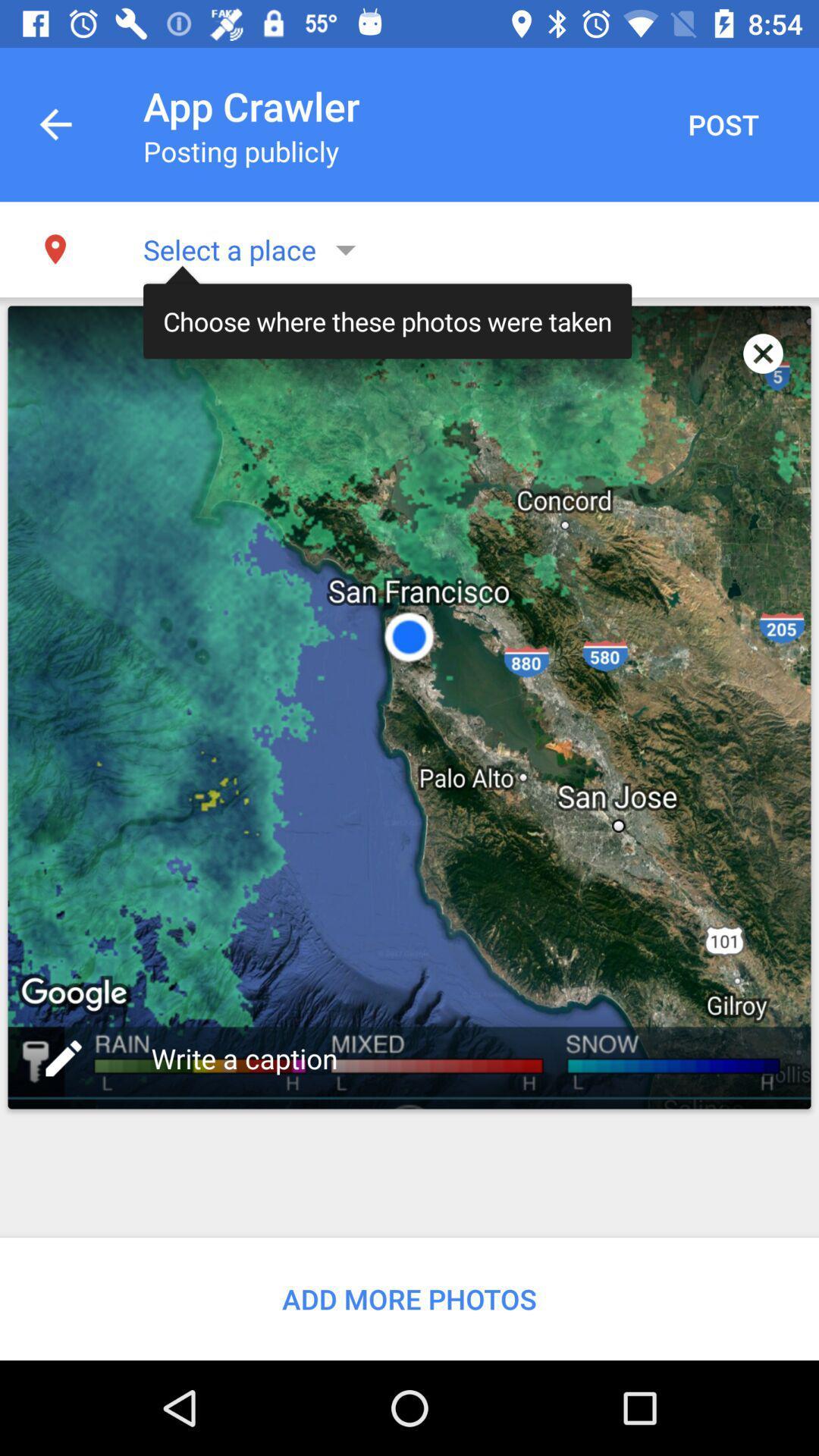 The width and height of the screenshot is (819, 1456). I want to click on add more photos, so click(409, 1298).